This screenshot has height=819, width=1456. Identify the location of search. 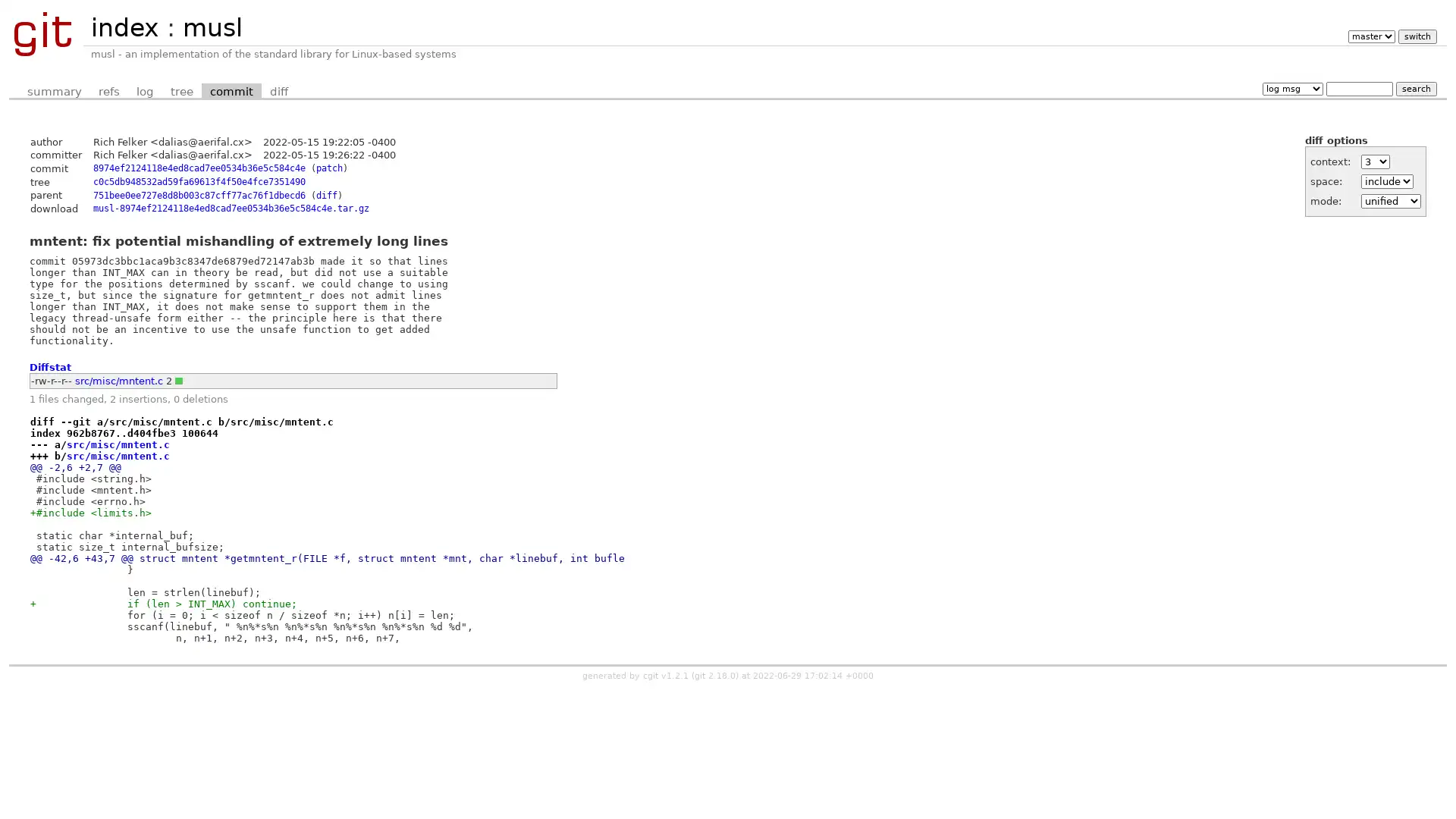
(1415, 88).